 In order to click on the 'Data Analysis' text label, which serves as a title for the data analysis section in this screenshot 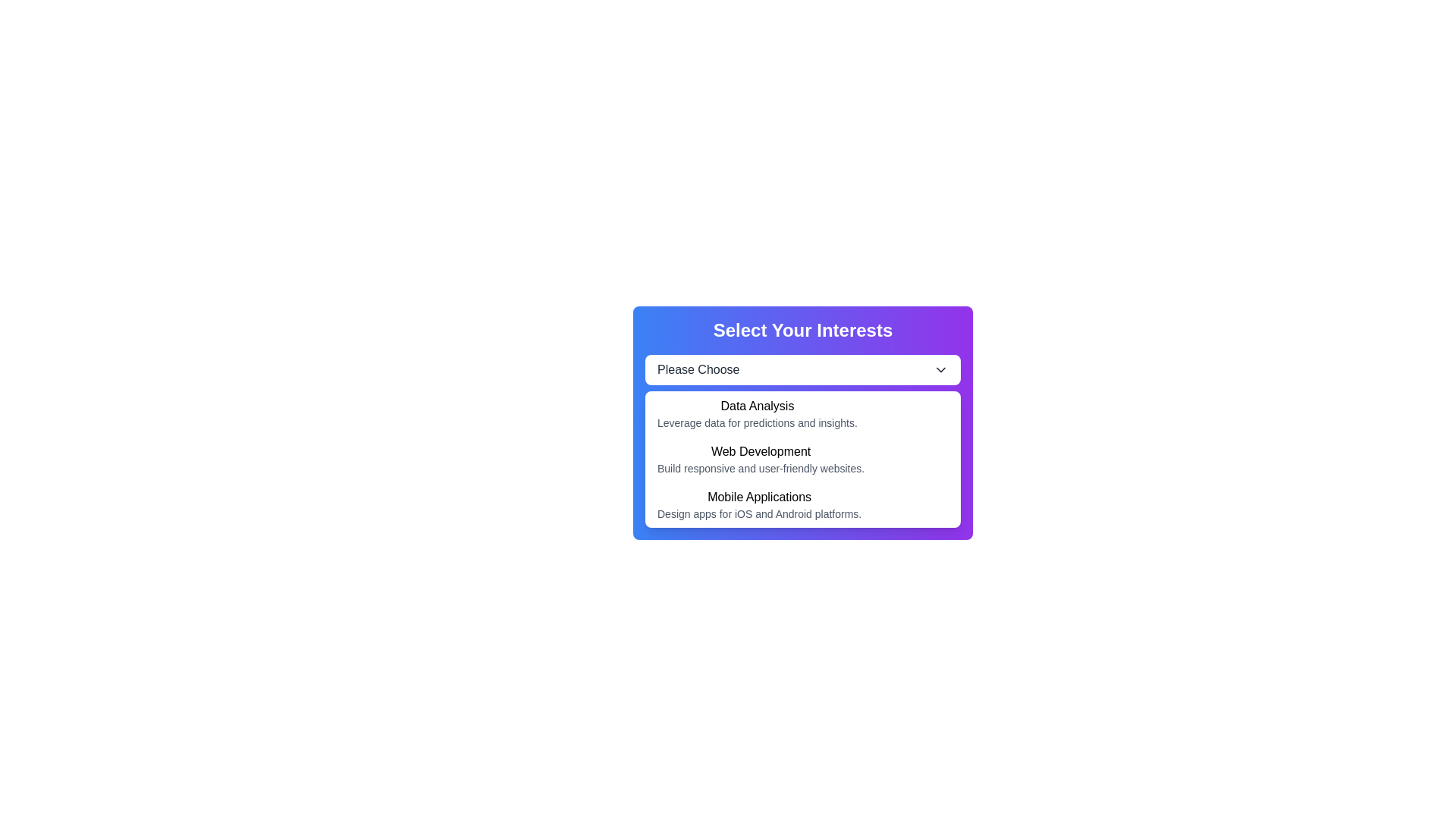, I will do `click(757, 406)`.